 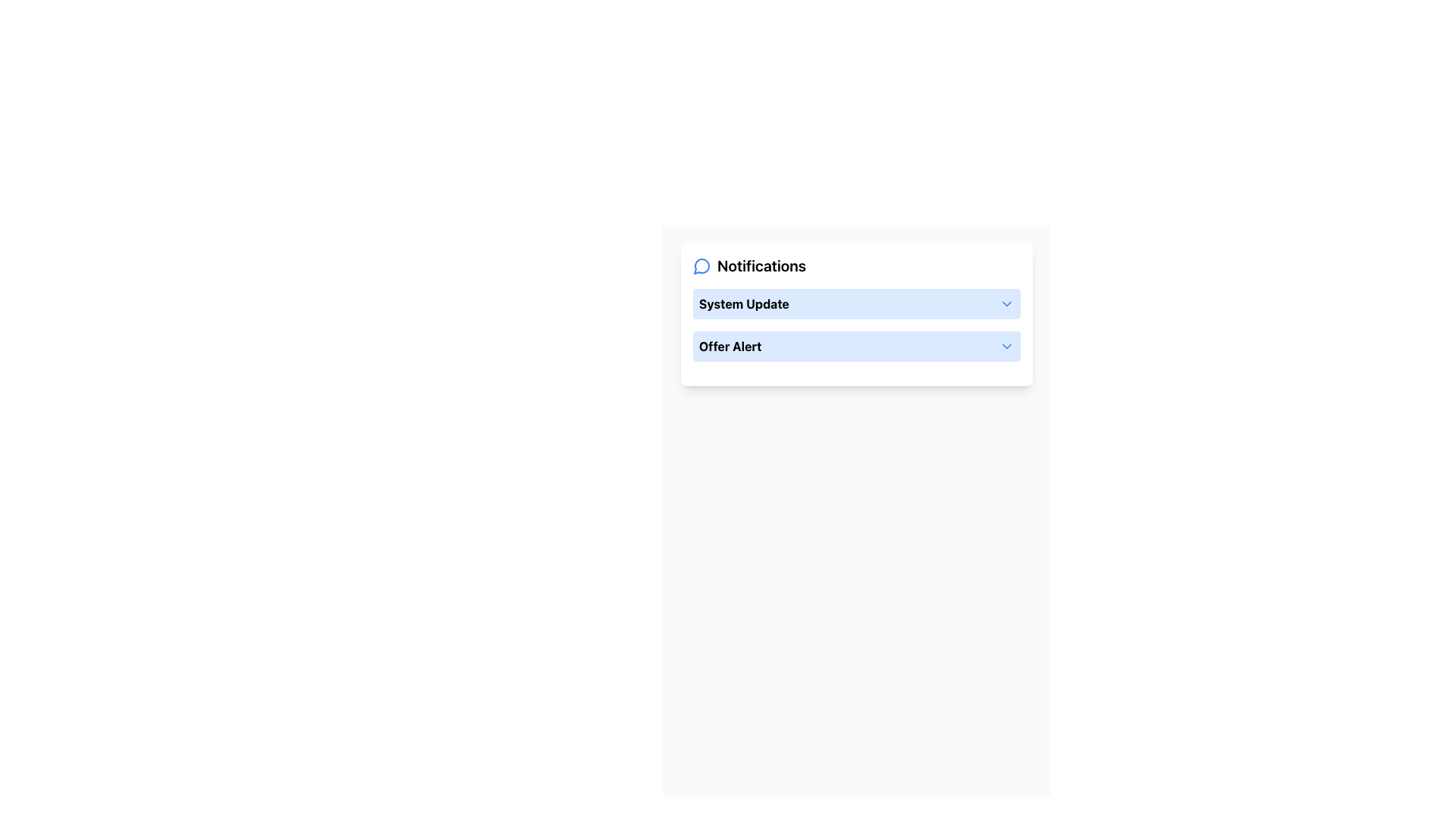 I want to click on the chevron of the first option in the 'System Update' notification dropdown to expand options, so click(x=856, y=304).